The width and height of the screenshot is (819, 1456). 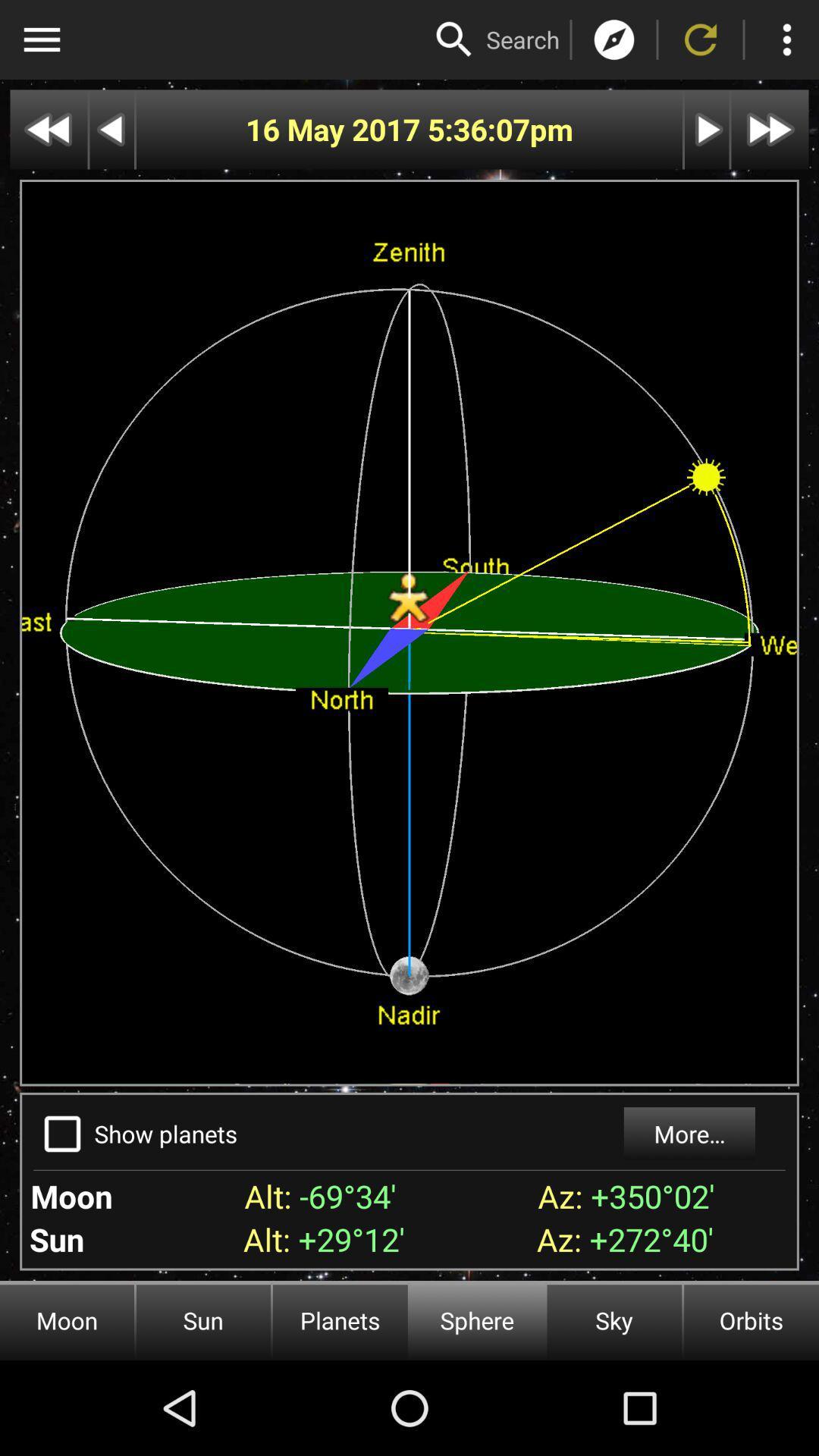 What do you see at coordinates (701, 39) in the screenshot?
I see `the refresh icon` at bounding box center [701, 39].